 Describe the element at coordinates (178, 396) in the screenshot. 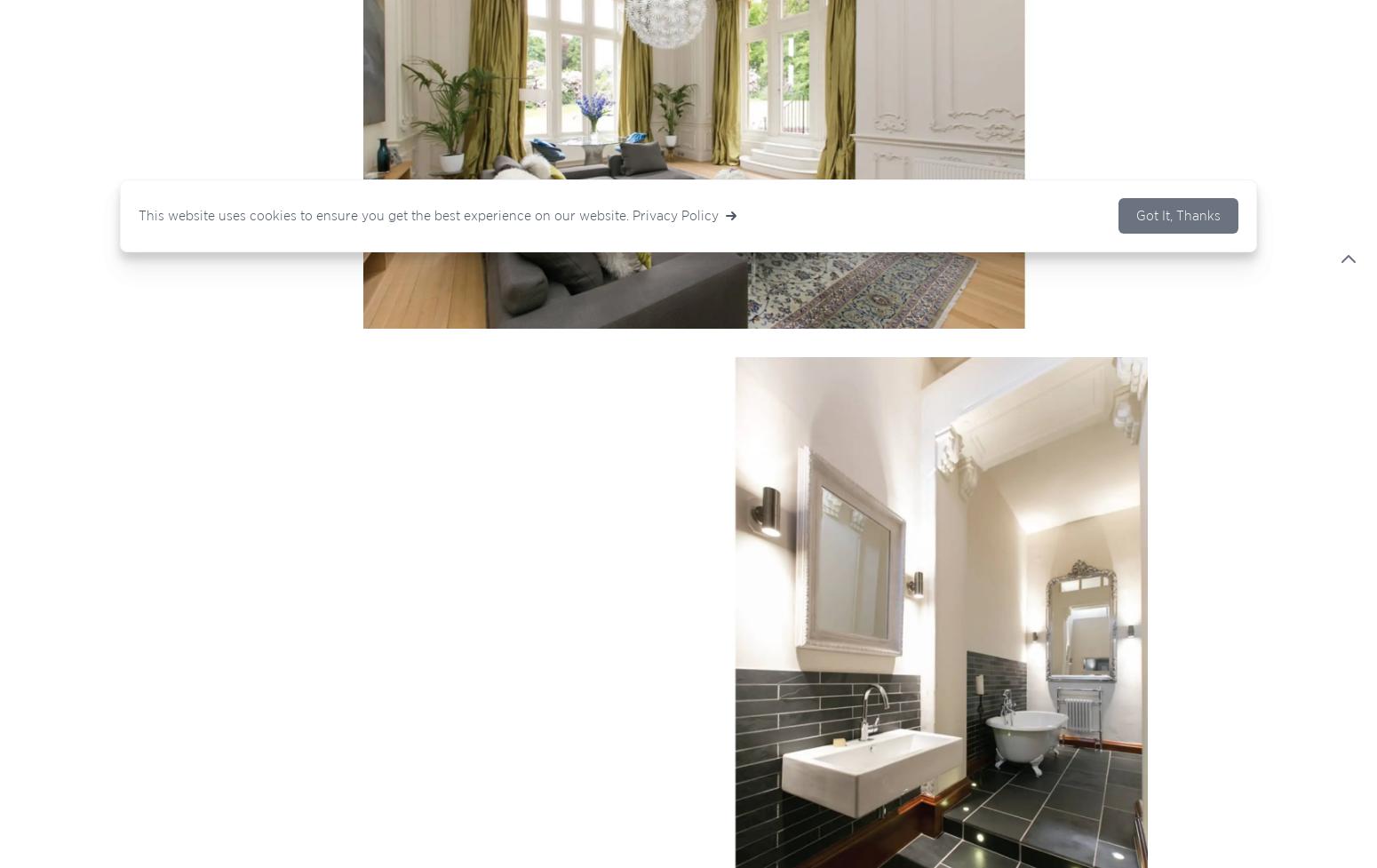

I see `'Please feel free to get in touch with us for a chat about your project ideas.'` at that location.